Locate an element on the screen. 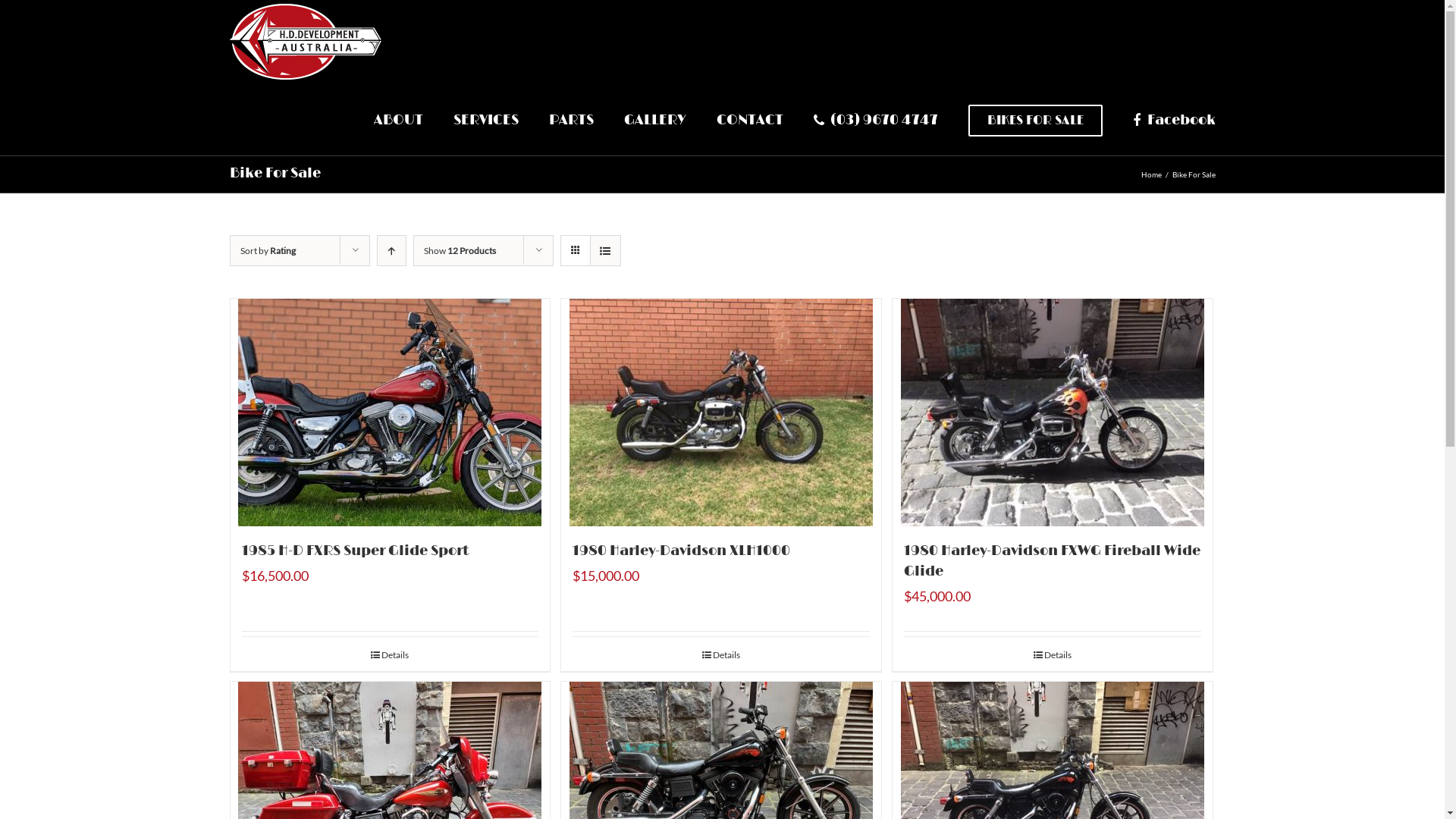  'SERVICES' is located at coordinates (486, 118).